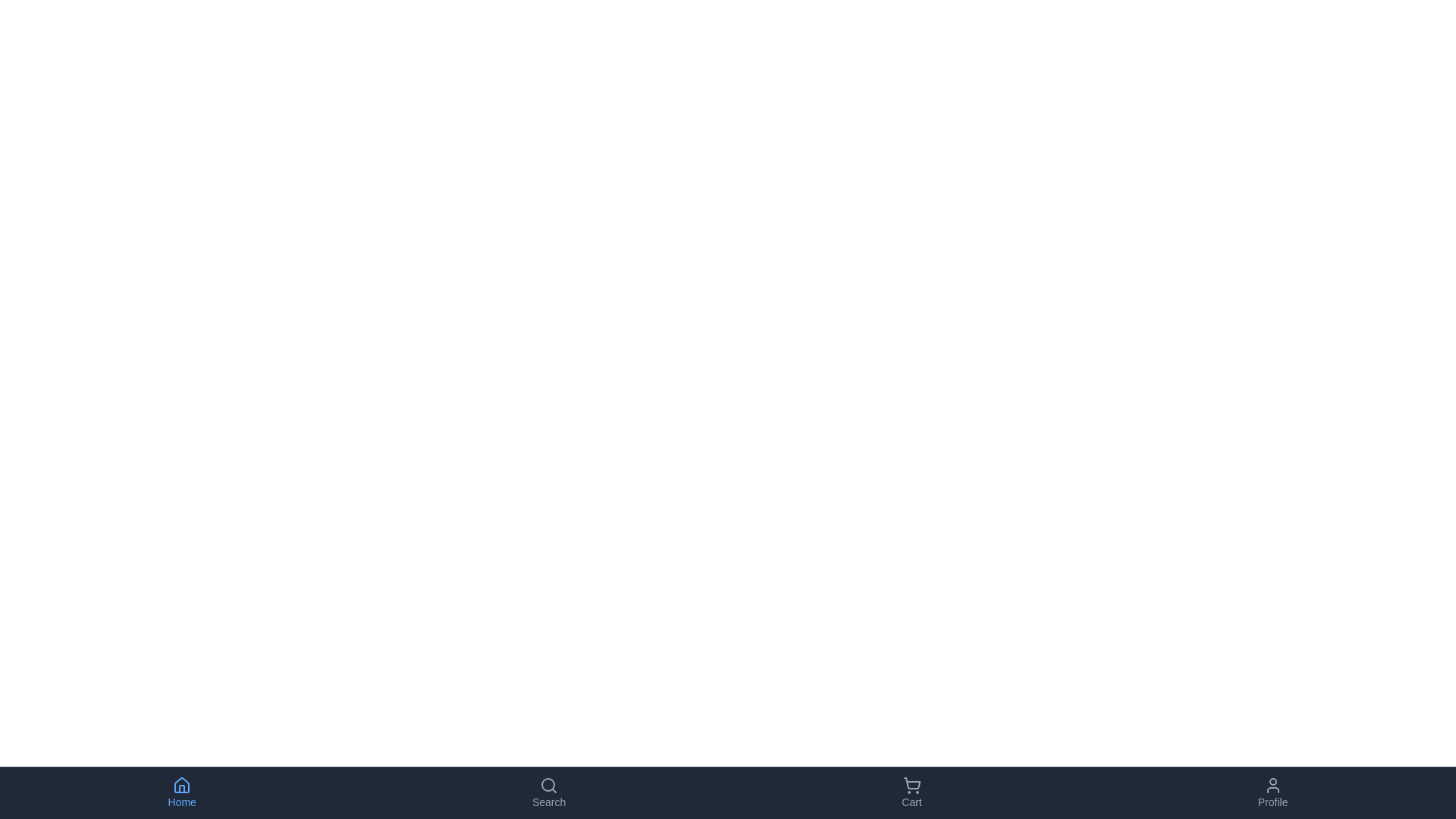 This screenshot has width=1456, height=819. I want to click on the 'Cart' button, which features a shopping cart icon above the text 'Cart', styled in grey and positioned at the bottom of the interface, so click(911, 792).